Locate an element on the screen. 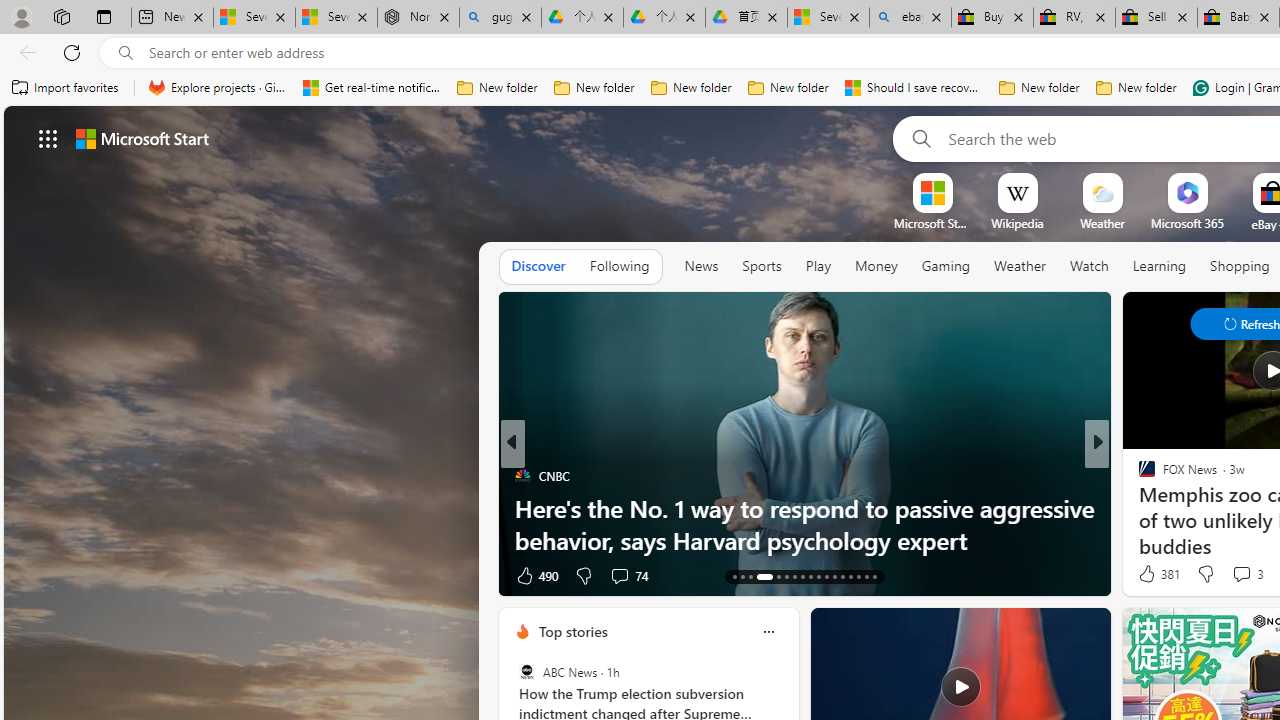 The image size is (1280, 720). 'Top stories' is located at coordinates (571, 631).